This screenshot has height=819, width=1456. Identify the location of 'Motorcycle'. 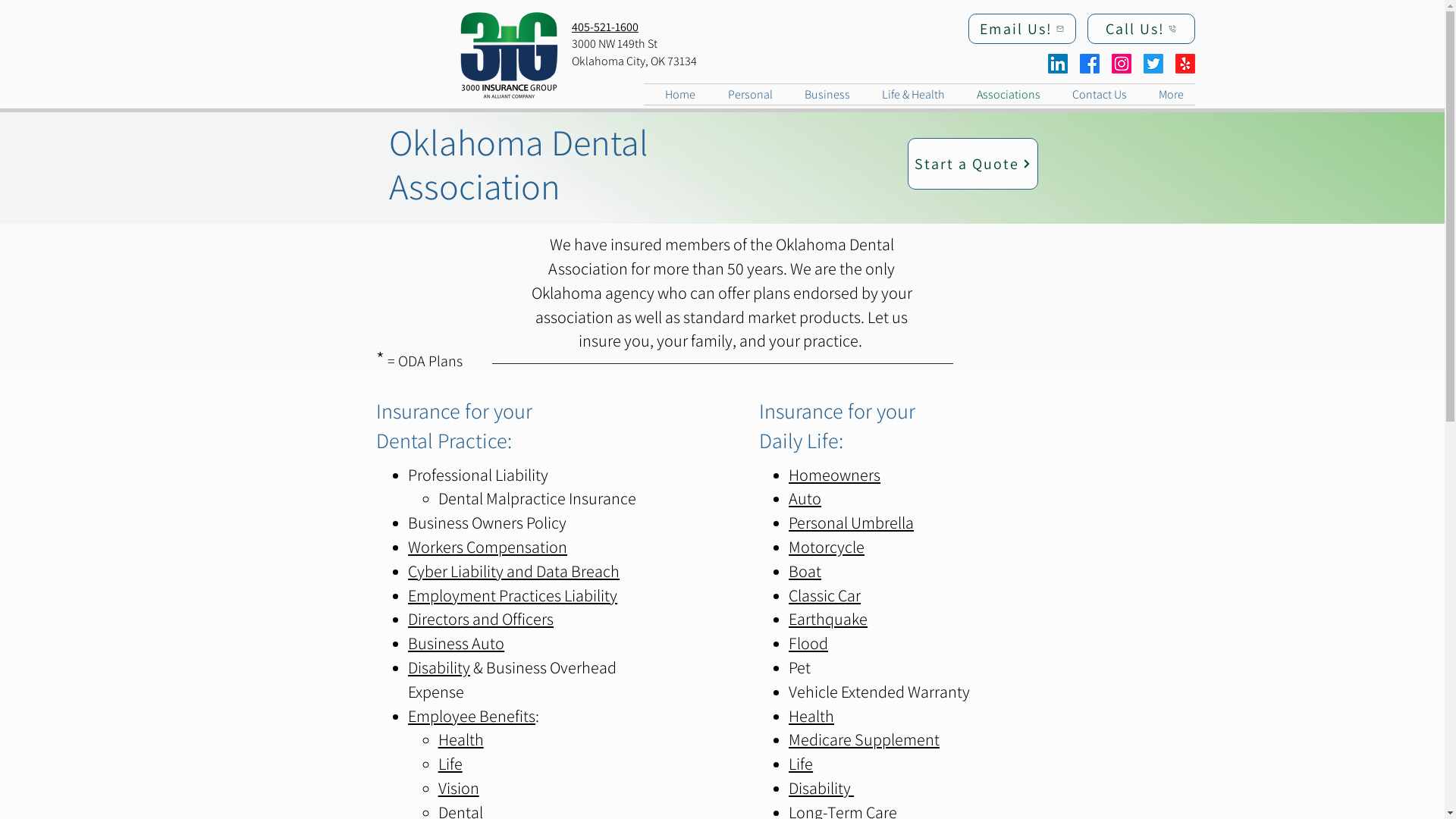
(825, 547).